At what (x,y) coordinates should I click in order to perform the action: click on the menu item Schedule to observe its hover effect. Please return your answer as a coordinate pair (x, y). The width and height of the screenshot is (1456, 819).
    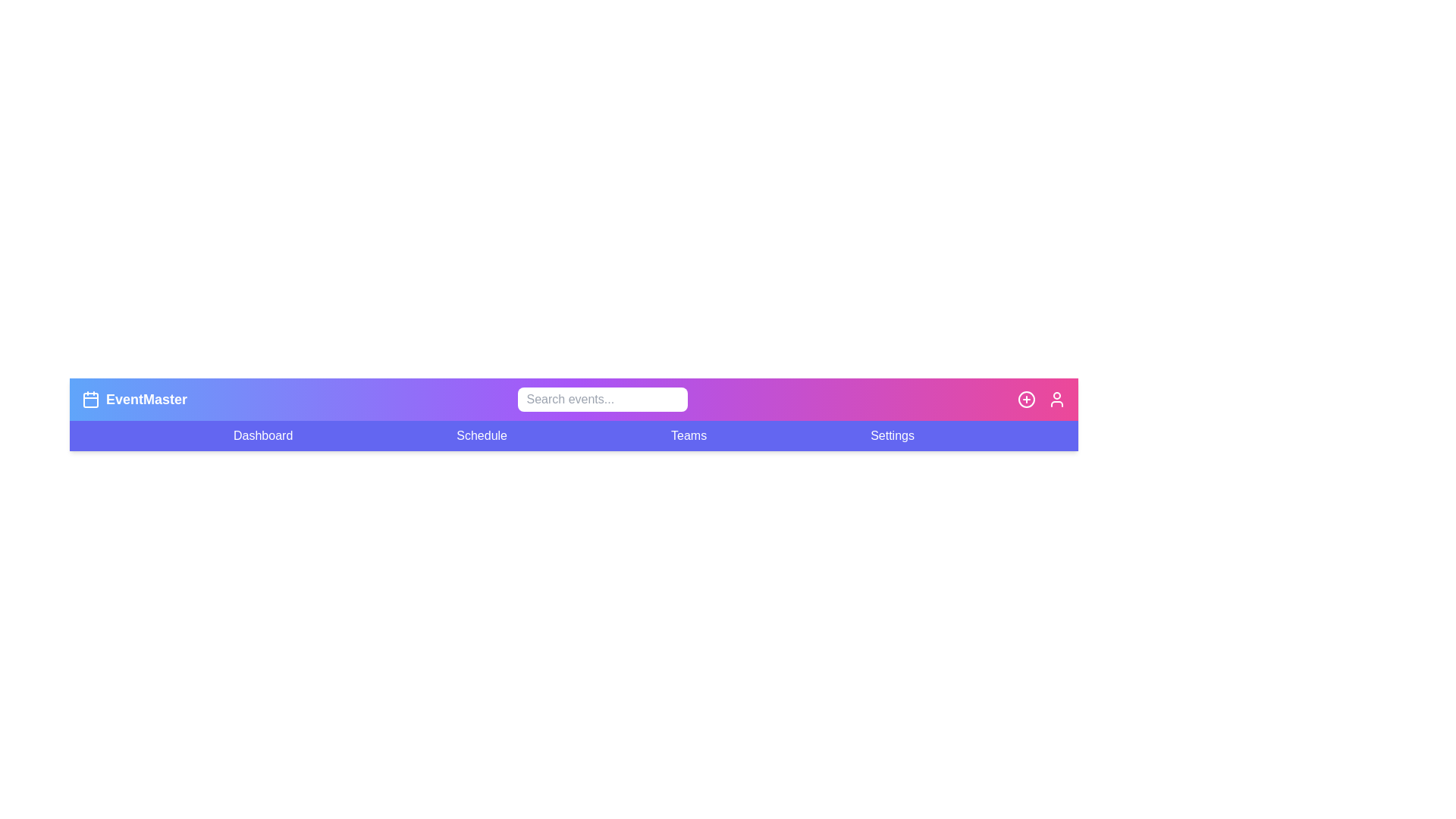
    Looking at the image, I should click on (481, 435).